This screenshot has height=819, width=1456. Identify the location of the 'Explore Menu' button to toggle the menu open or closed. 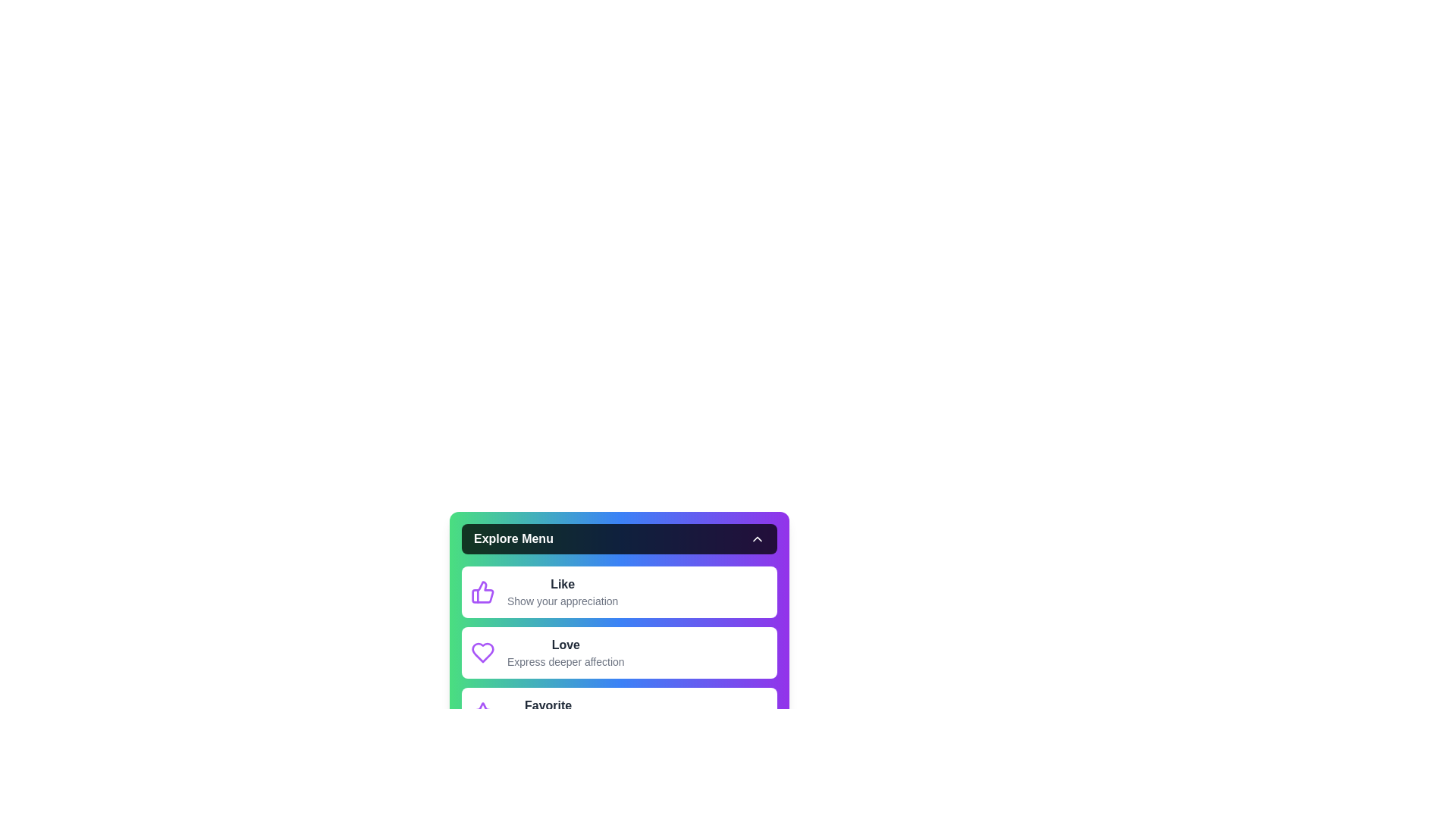
(619, 538).